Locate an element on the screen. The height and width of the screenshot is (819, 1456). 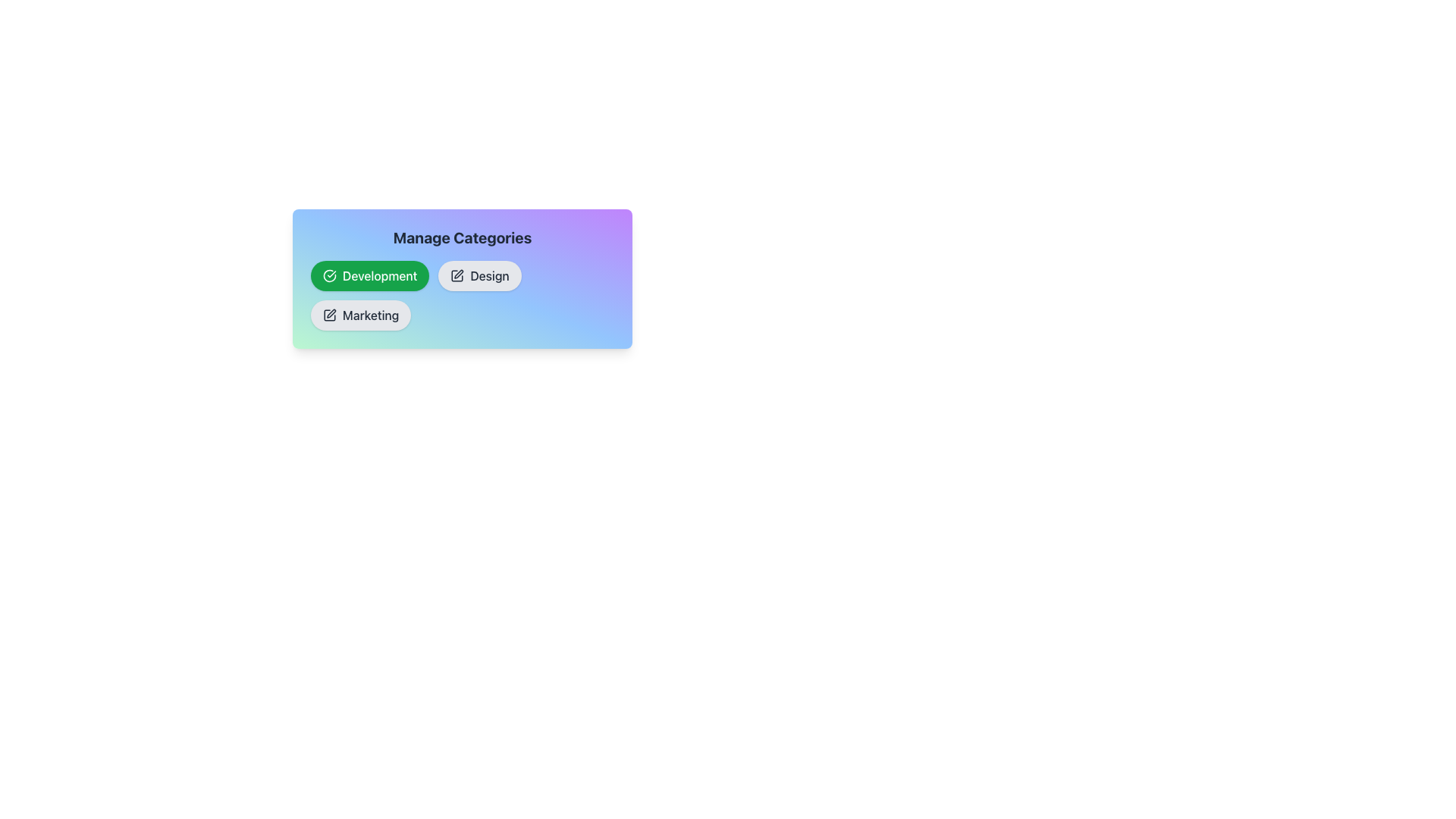
the 'Marketing' text element, which is part of the 'Manage Categories' section and located centrally at the bottom row of the category items grid is located at coordinates (371, 315).